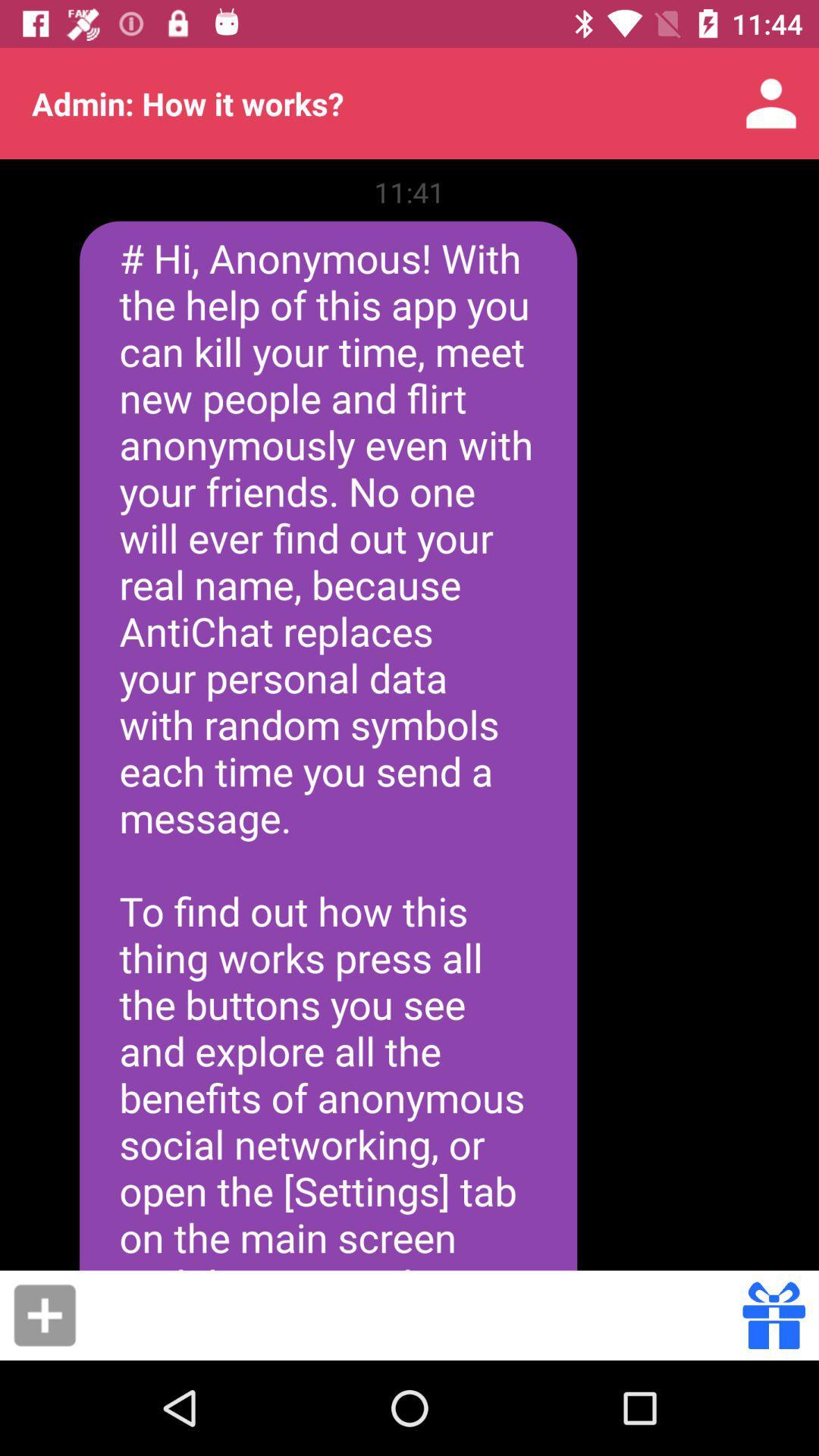 The image size is (819, 1456). I want to click on the item at the top right corner, so click(771, 102).